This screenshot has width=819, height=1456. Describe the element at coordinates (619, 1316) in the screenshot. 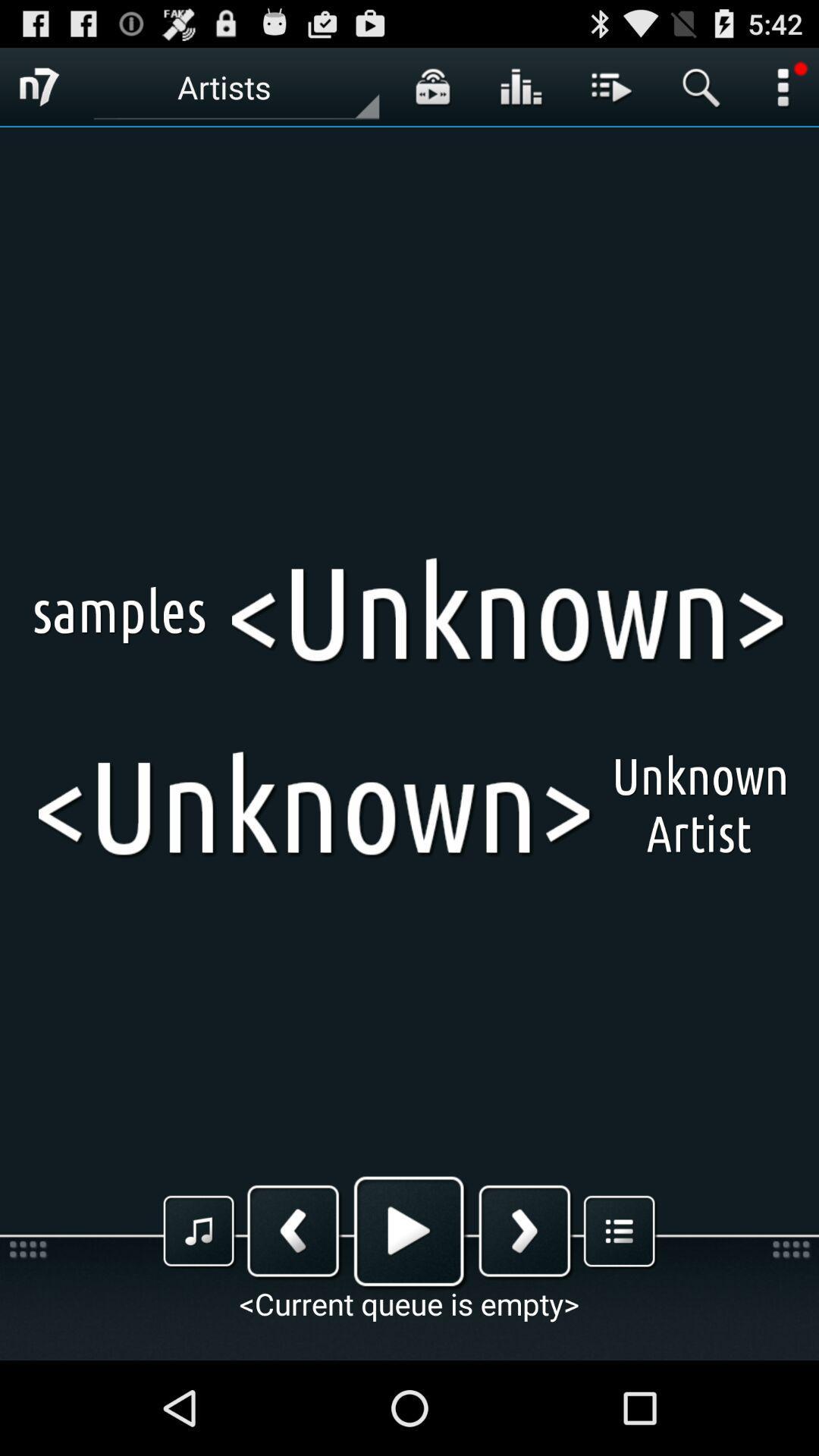

I see `the list icon` at that location.